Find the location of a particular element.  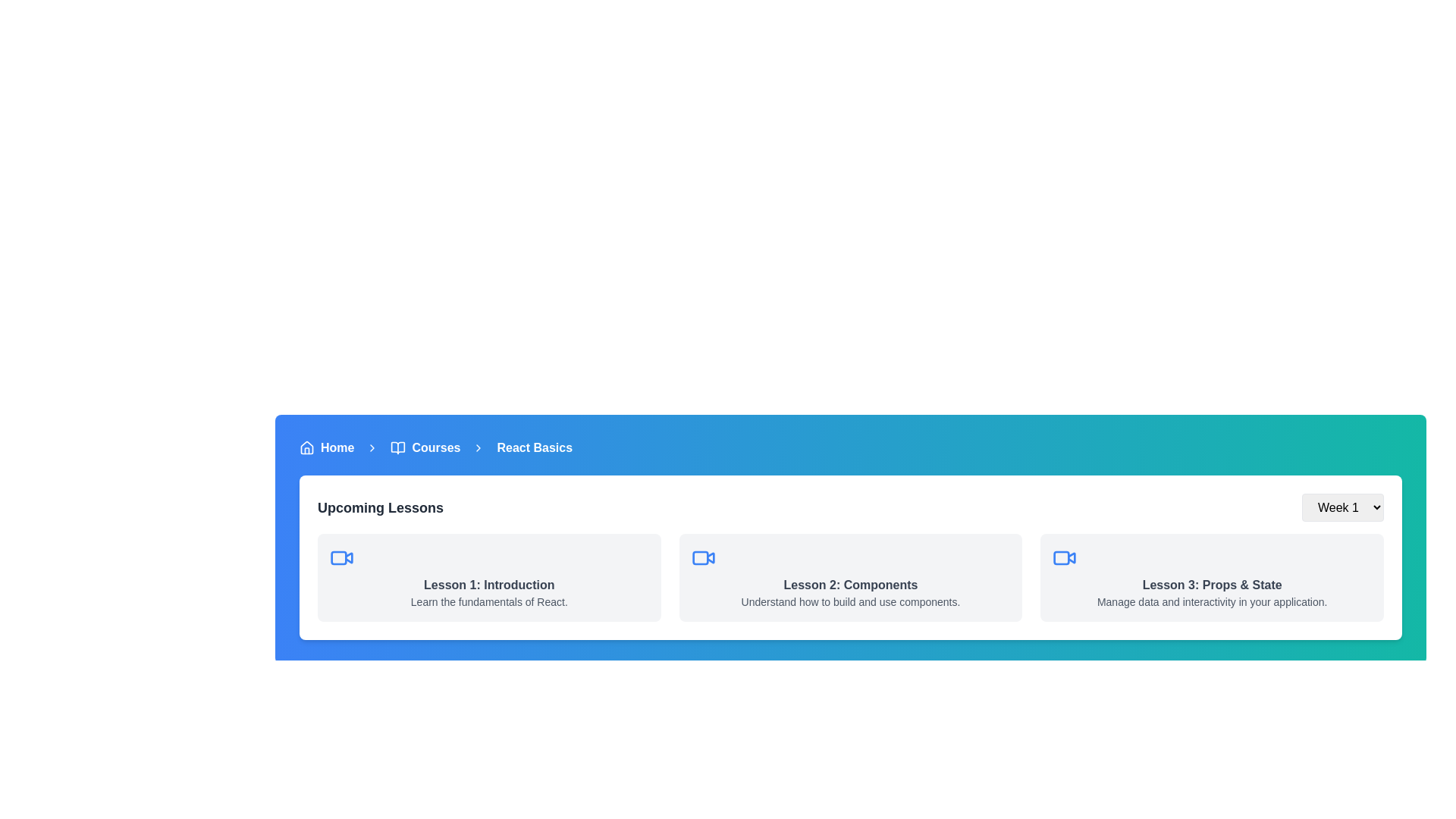

the multimedia icon located at the upper-left corner of 'Lesson 1: Introduction' block, indicating the presence of video content is located at coordinates (341, 558).